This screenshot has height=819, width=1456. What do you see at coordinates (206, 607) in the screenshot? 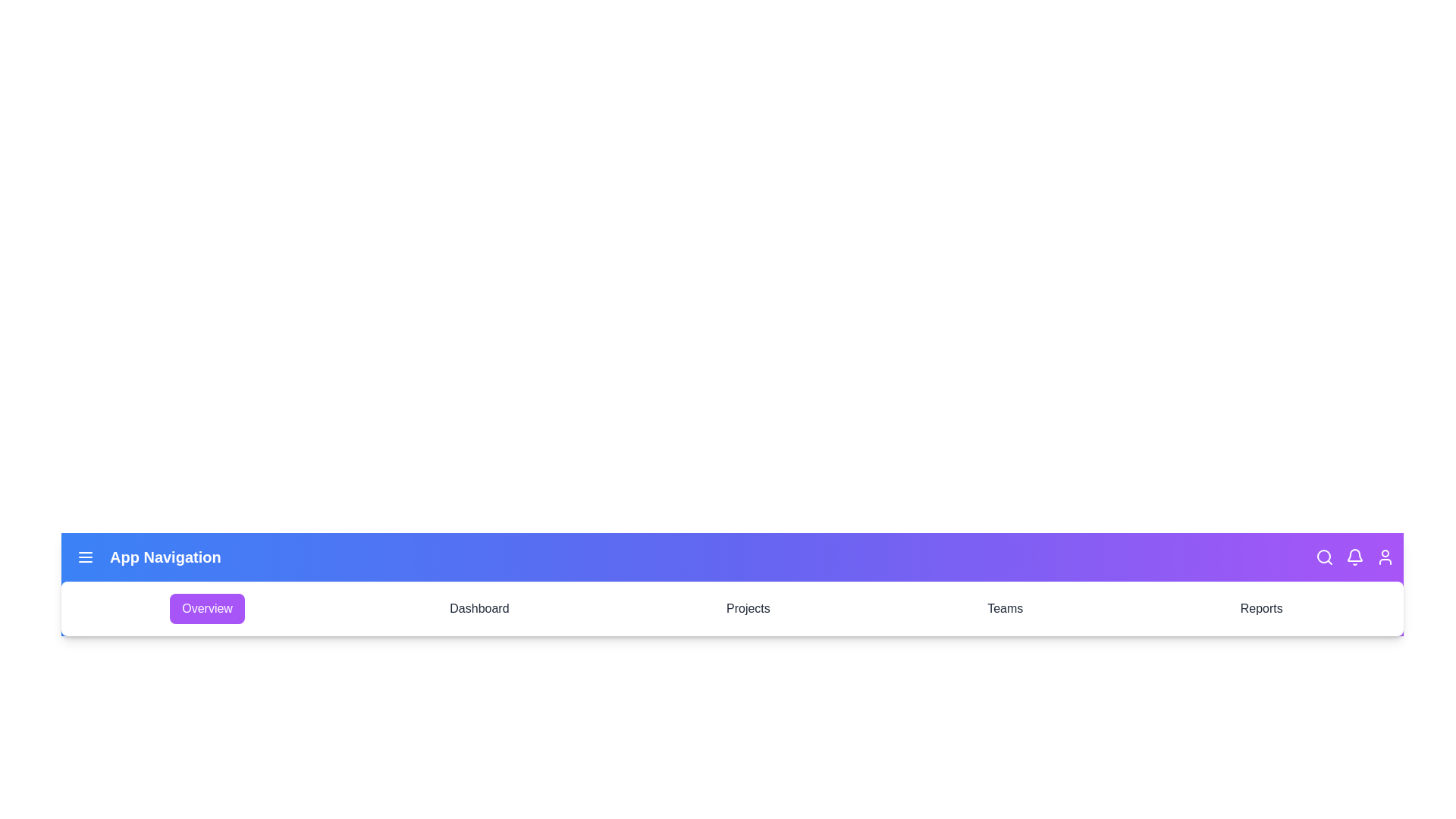
I see `the Overview tab to navigate to it` at bounding box center [206, 607].